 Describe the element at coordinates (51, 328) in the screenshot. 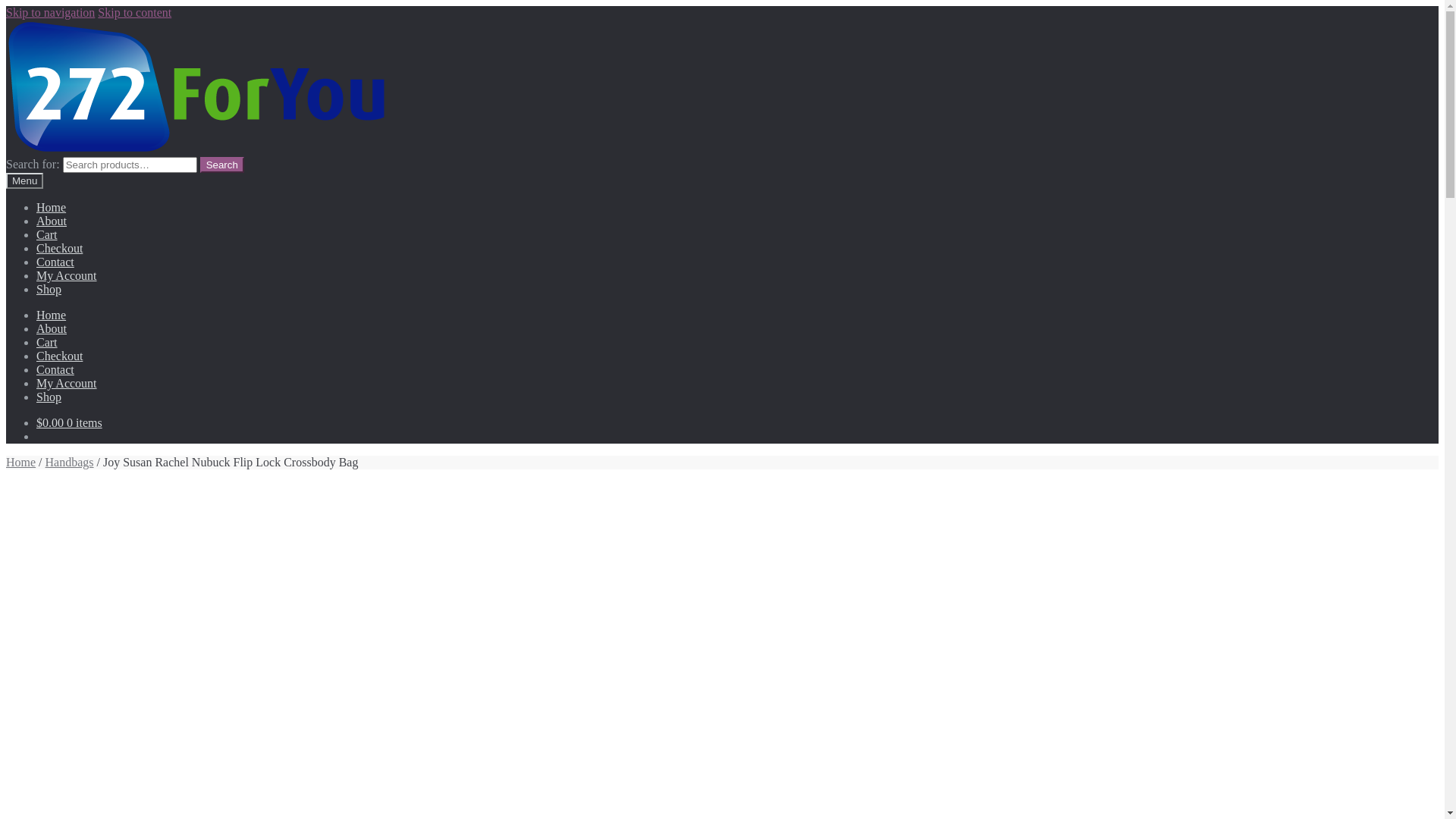

I see `'About'` at that location.